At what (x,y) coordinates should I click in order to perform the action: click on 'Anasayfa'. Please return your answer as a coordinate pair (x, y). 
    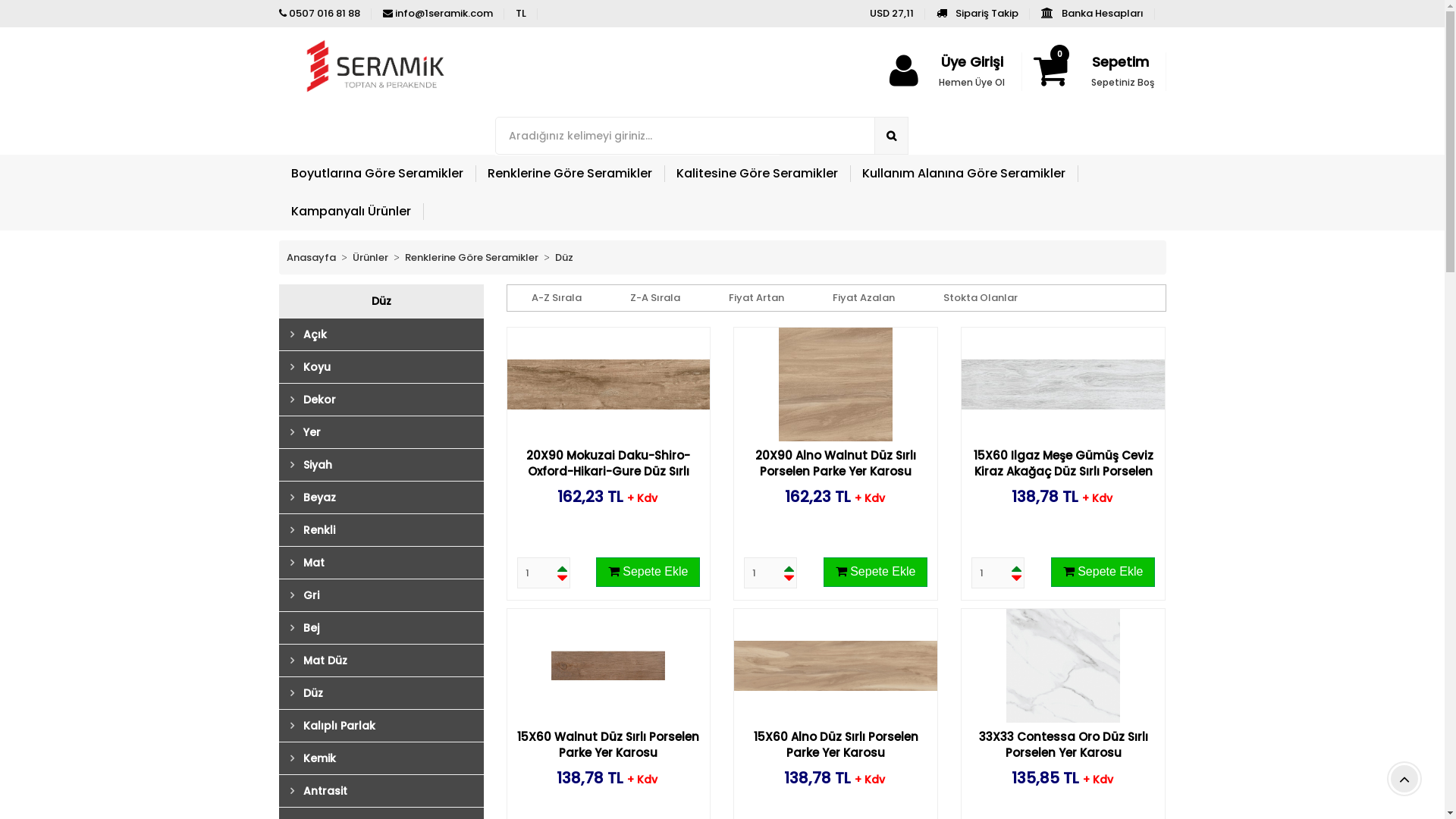
    Looking at the image, I should click on (310, 256).